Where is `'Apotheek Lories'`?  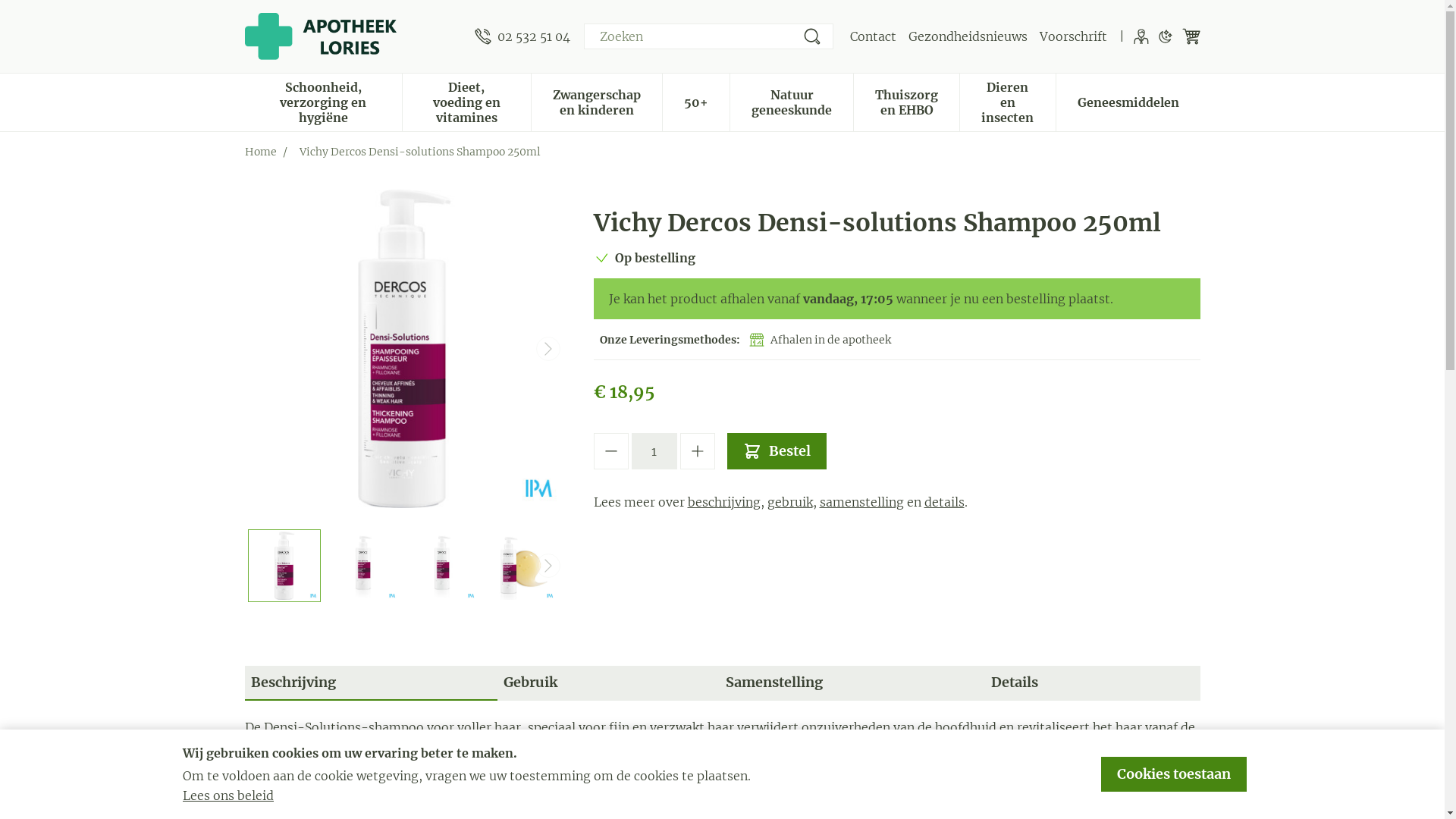
'Apotheek Lories' is located at coordinates (319, 36).